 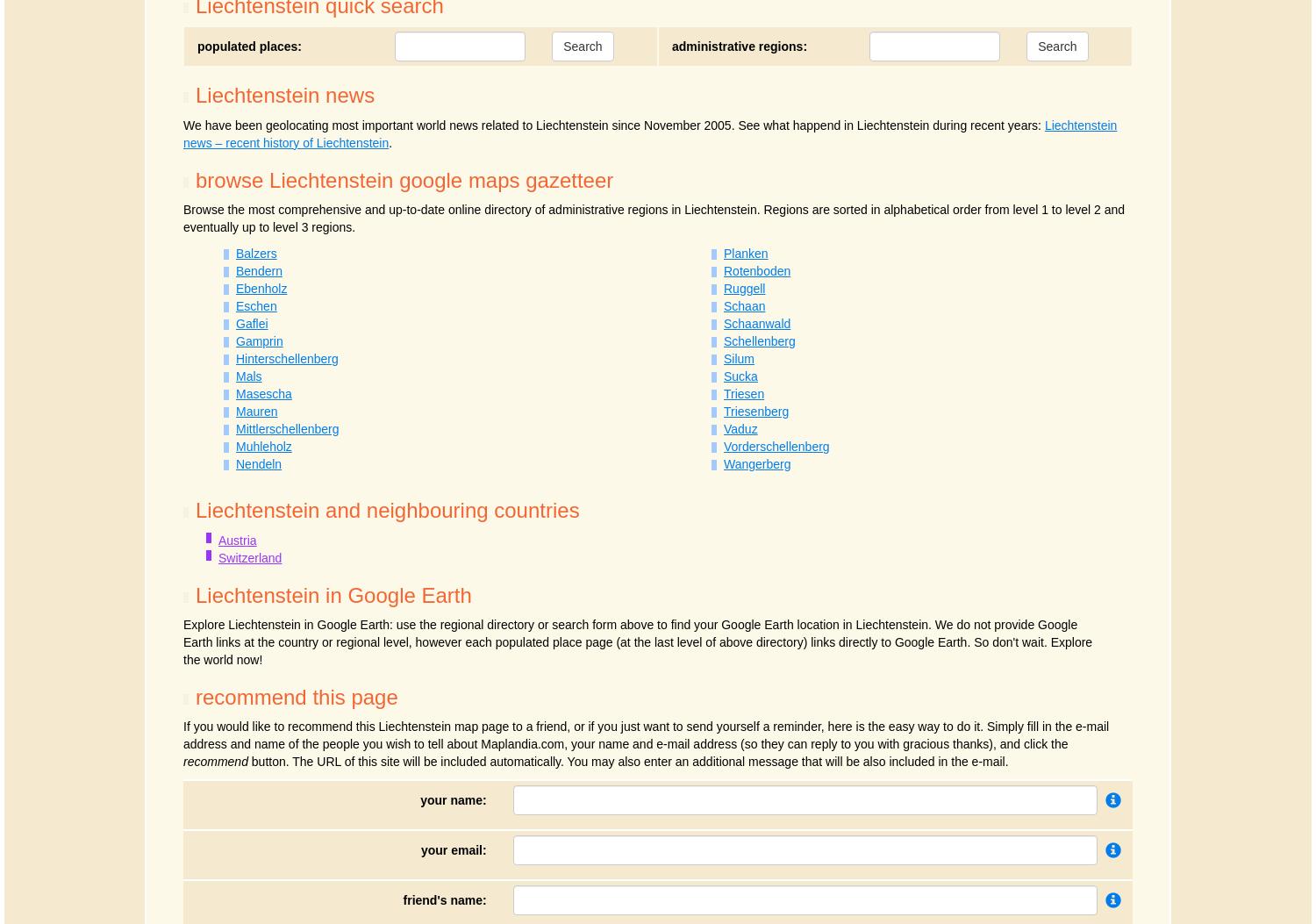 What do you see at coordinates (182, 734) in the screenshot?
I see `'If you would like to recommend this Liechtenstein map page to a friend, or if you just want to send yourself a reminder, here is the easy way to do it. Simply fill in the e-mail address and name of the people you wish to tell about Maplandia.com, your name and e-mail address (so they can reply to you with gracious thanks), and click the'` at bounding box center [182, 734].